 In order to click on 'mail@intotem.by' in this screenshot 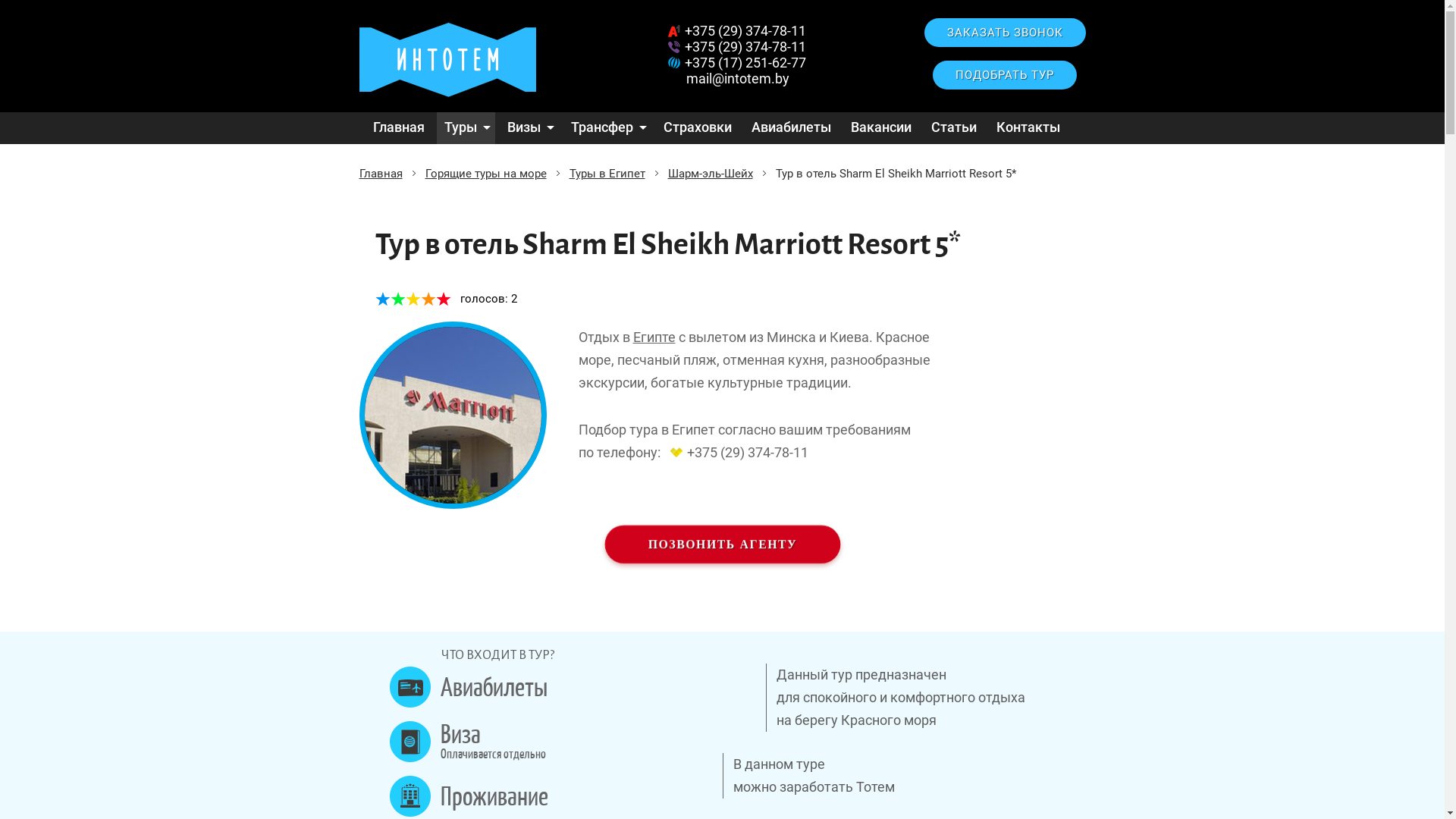, I will do `click(738, 78)`.